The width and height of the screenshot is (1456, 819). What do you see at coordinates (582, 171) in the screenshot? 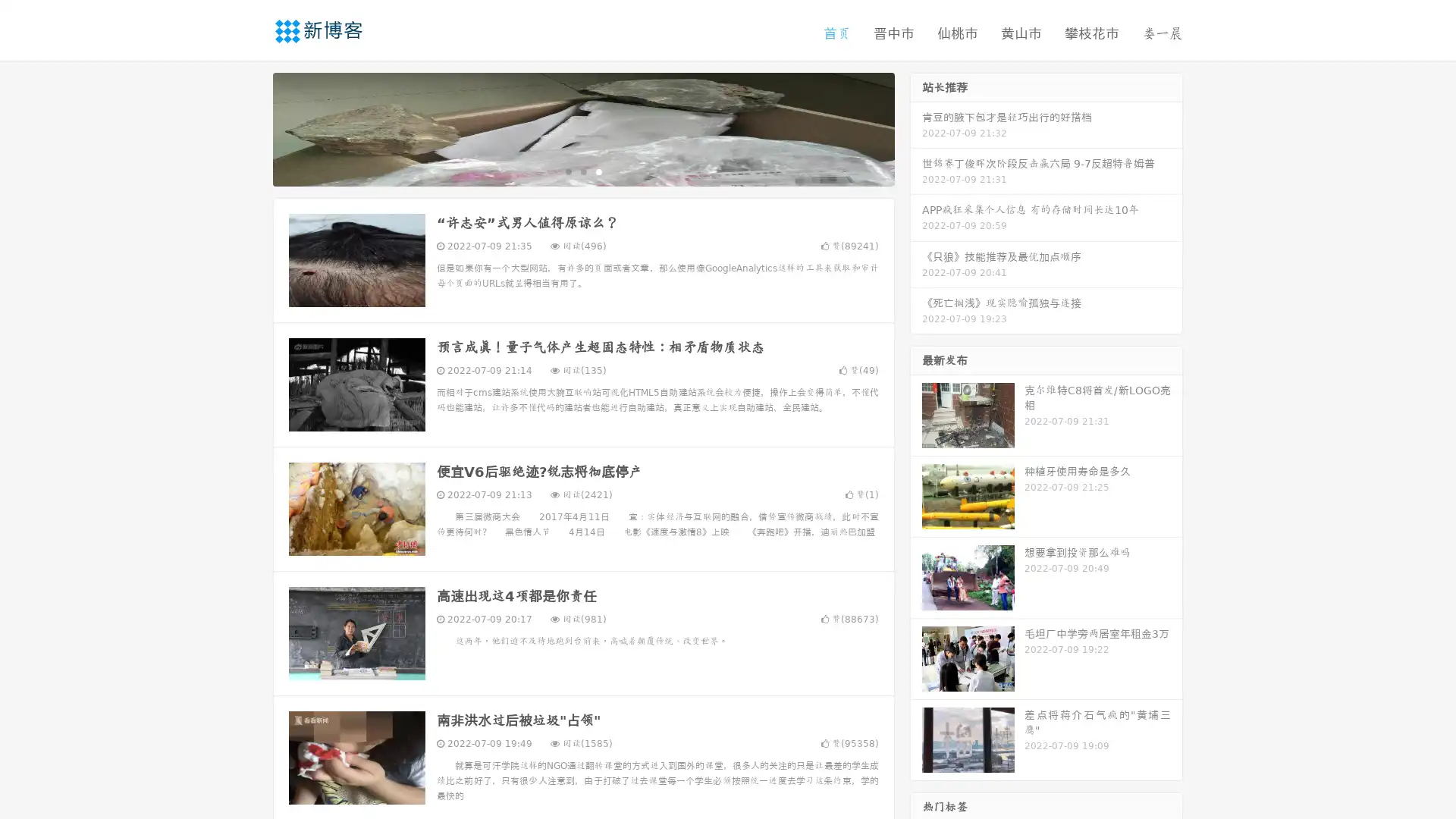
I see `Go to slide 2` at bounding box center [582, 171].